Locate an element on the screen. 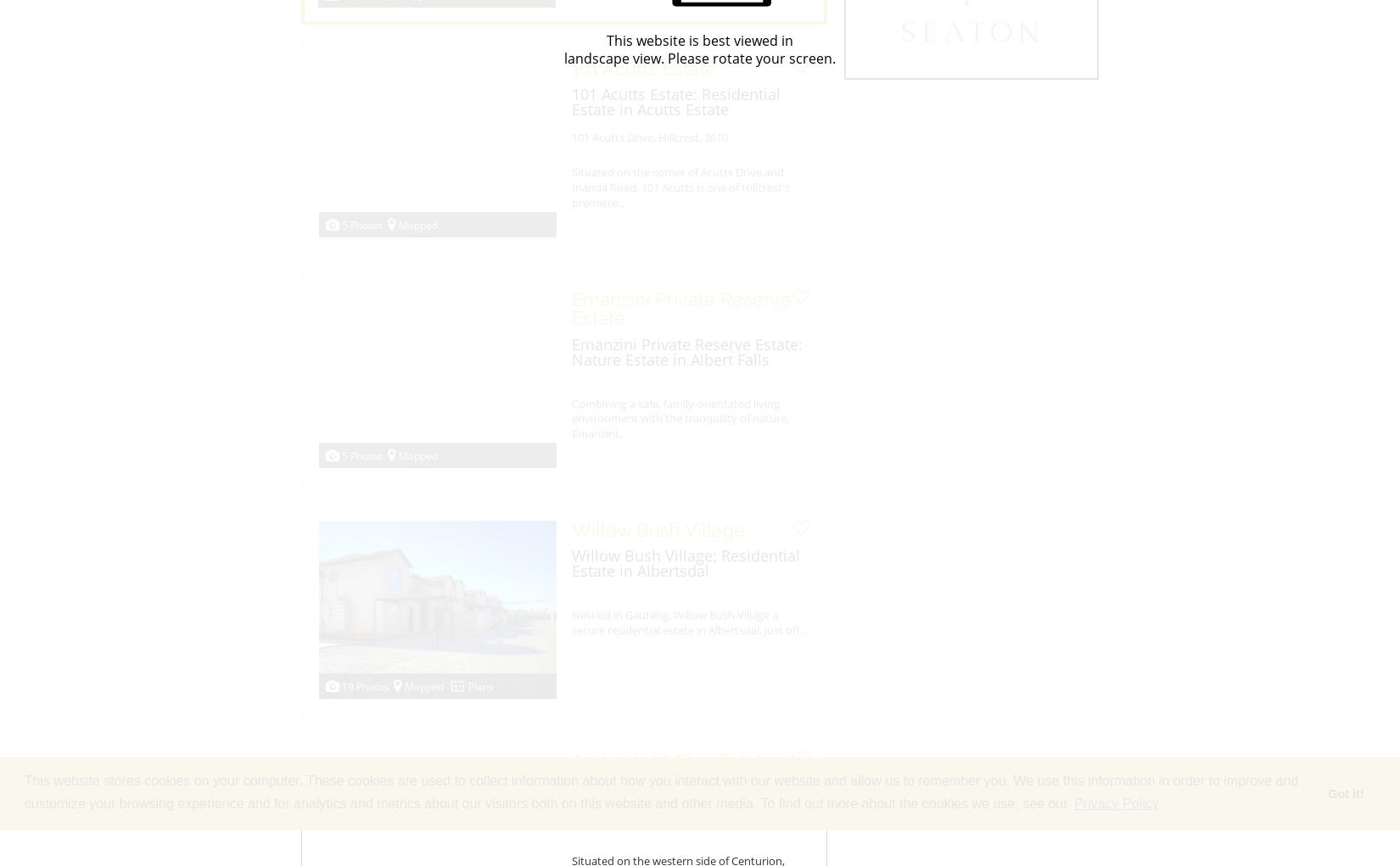 This screenshot has height=866, width=1400. 'Amberfield Glen Estate: Residential Estate in Amberfield Glen' is located at coordinates (571, 801).